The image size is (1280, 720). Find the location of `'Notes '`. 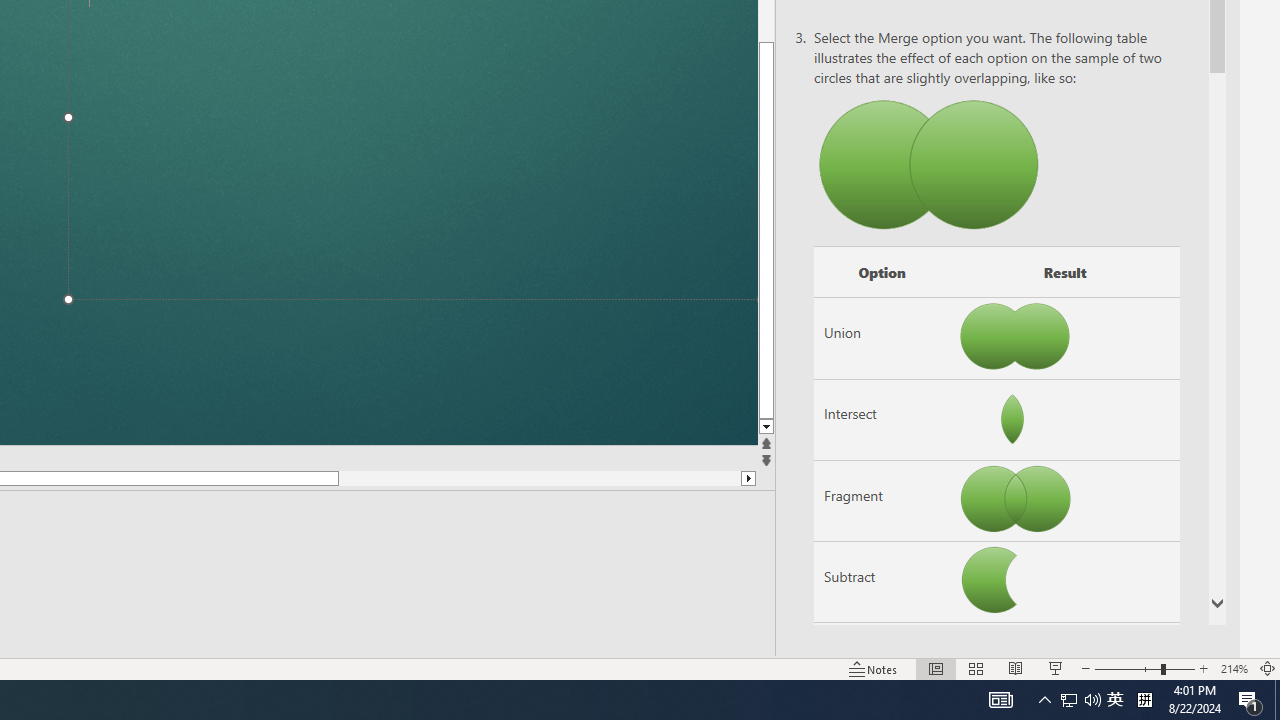

'Notes ' is located at coordinates (874, 669).